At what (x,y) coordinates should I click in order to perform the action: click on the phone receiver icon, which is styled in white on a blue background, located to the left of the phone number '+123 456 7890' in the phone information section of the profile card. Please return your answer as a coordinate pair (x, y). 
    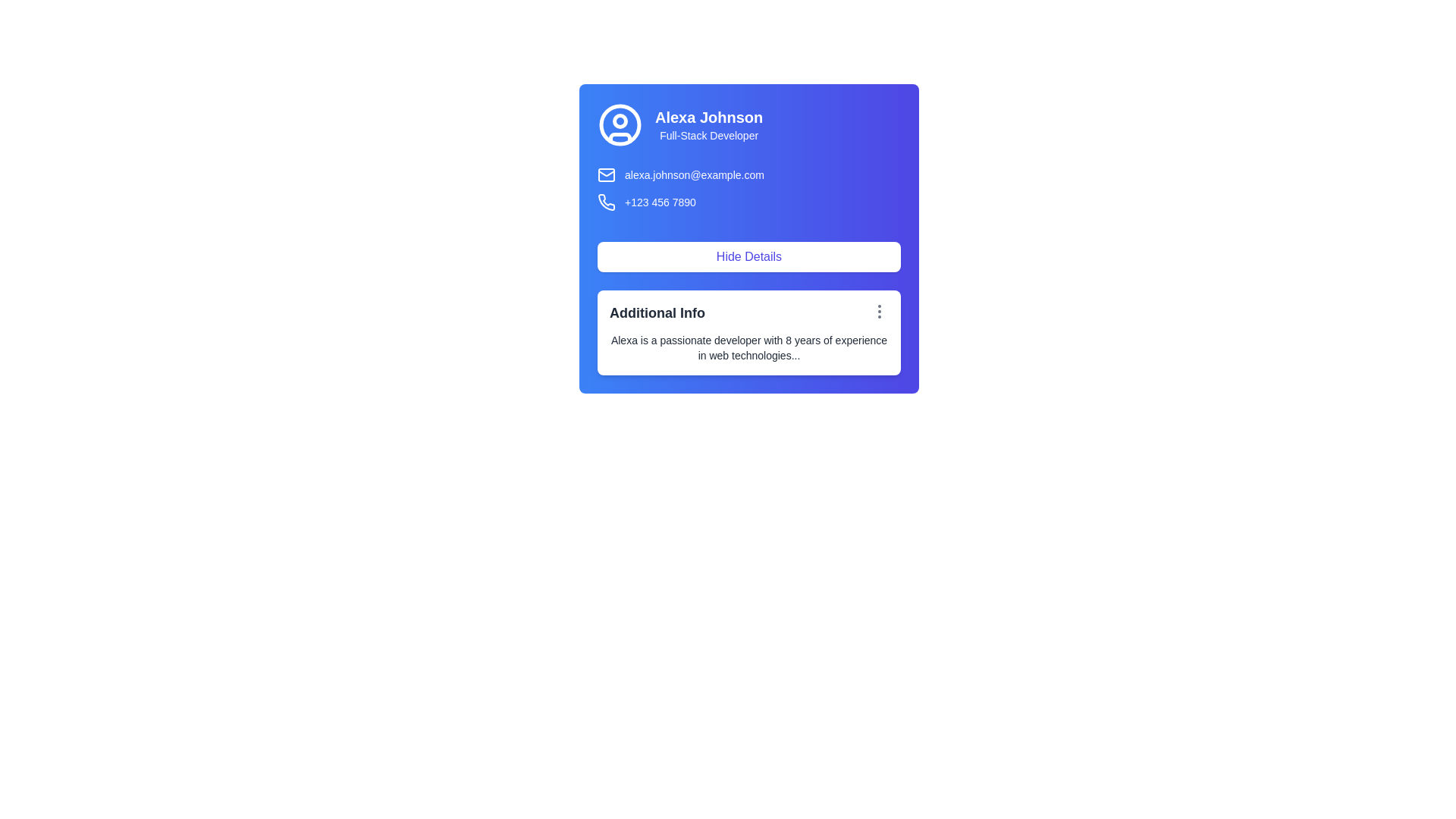
    Looking at the image, I should click on (607, 201).